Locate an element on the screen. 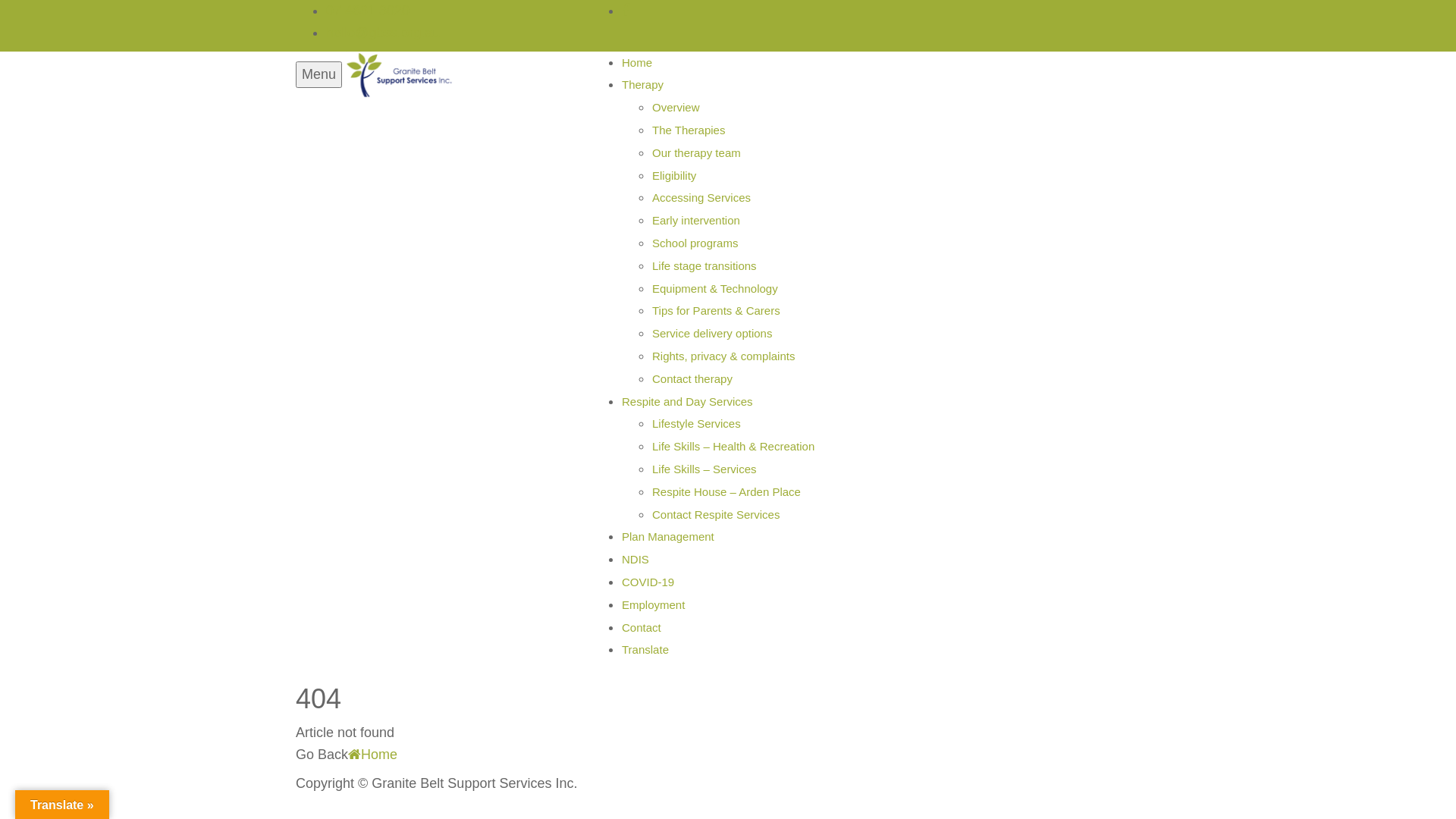 This screenshot has width=1456, height=819. 'Tips for Parents & Carers' is located at coordinates (715, 309).